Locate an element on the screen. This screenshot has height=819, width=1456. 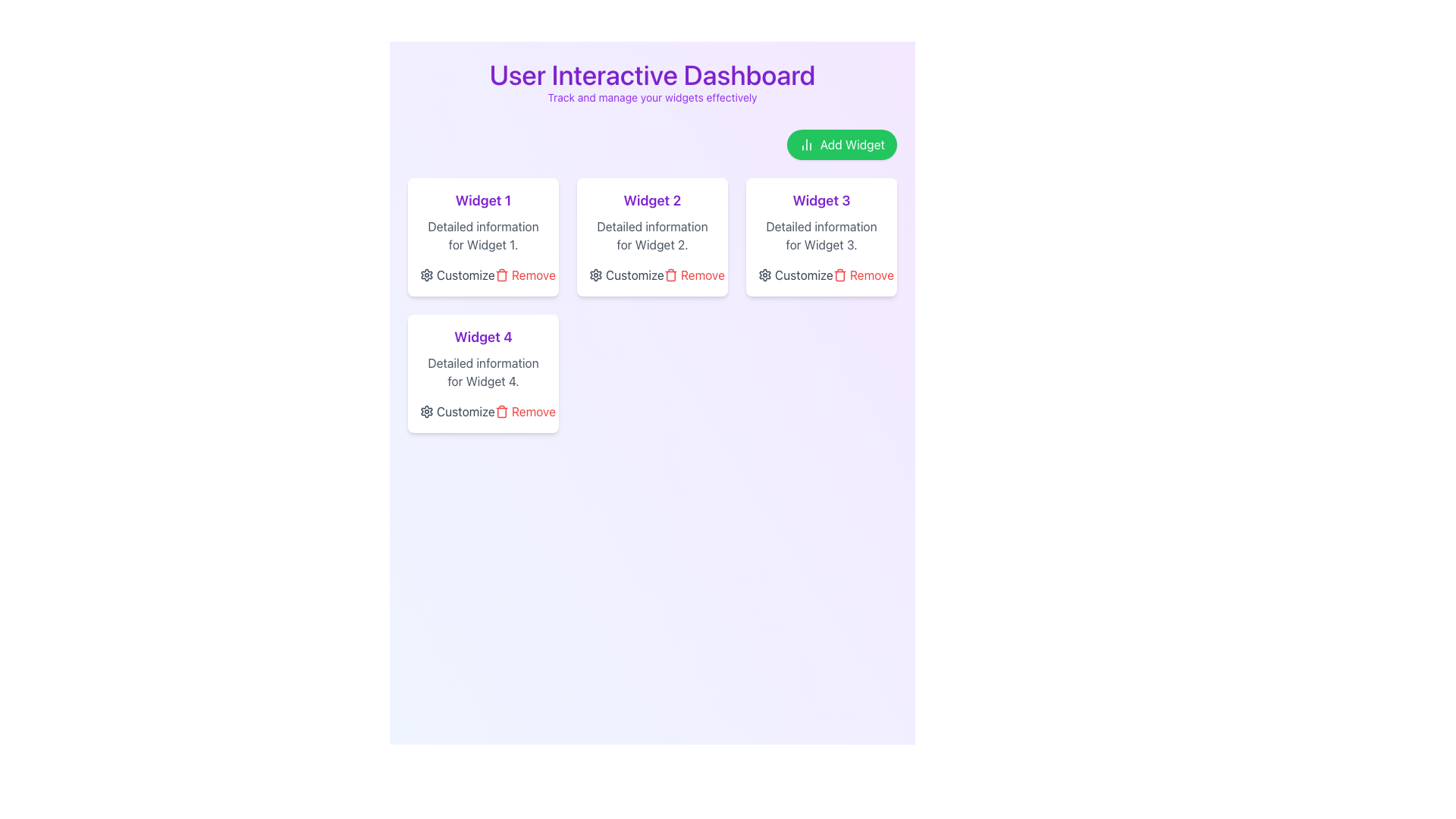
the descriptive text that provides details about Widget 4, located directly below the 'Widget 4' title within the fourth card of the User Interactive Dashboard is located at coordinates (482, 372).